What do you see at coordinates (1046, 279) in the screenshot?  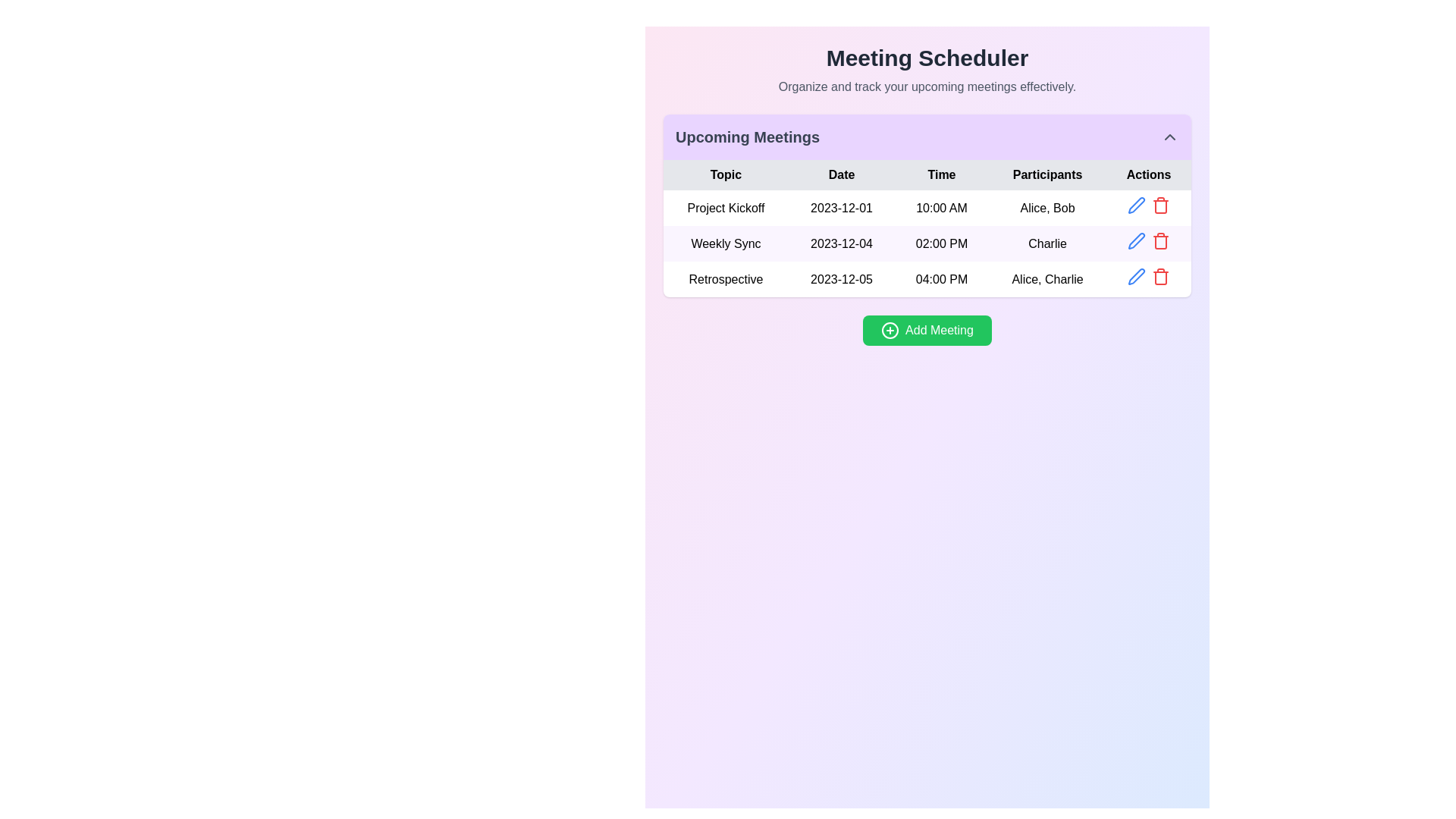 I see `the 'Participants' text element displaying 'Alice, Charlie' in the 'Retrospective' row of the Upcoming Meetings table` at bounding box center [1046, 279].